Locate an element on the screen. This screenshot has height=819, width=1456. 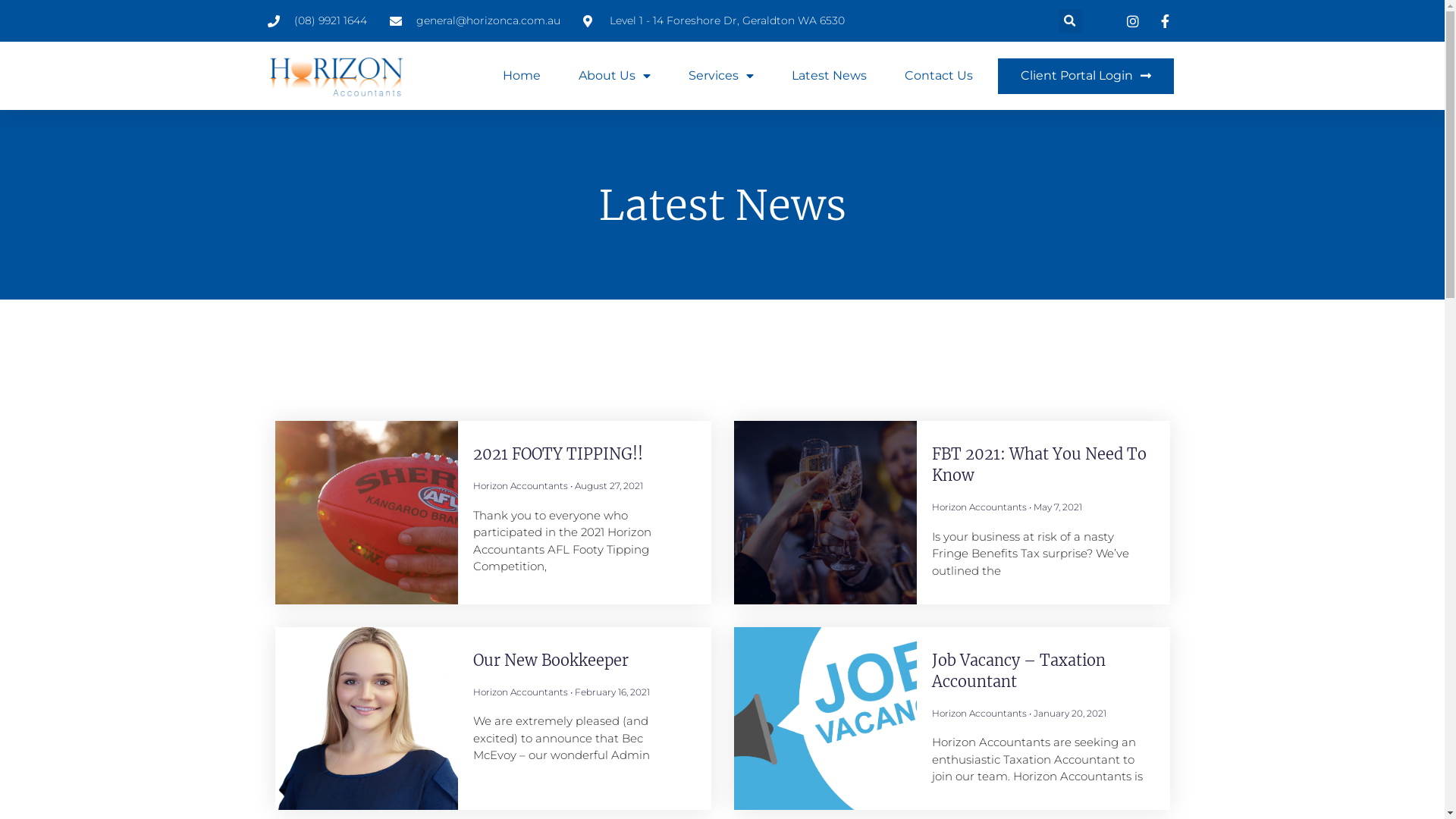
'Home' is located at coordinates (520, 76).